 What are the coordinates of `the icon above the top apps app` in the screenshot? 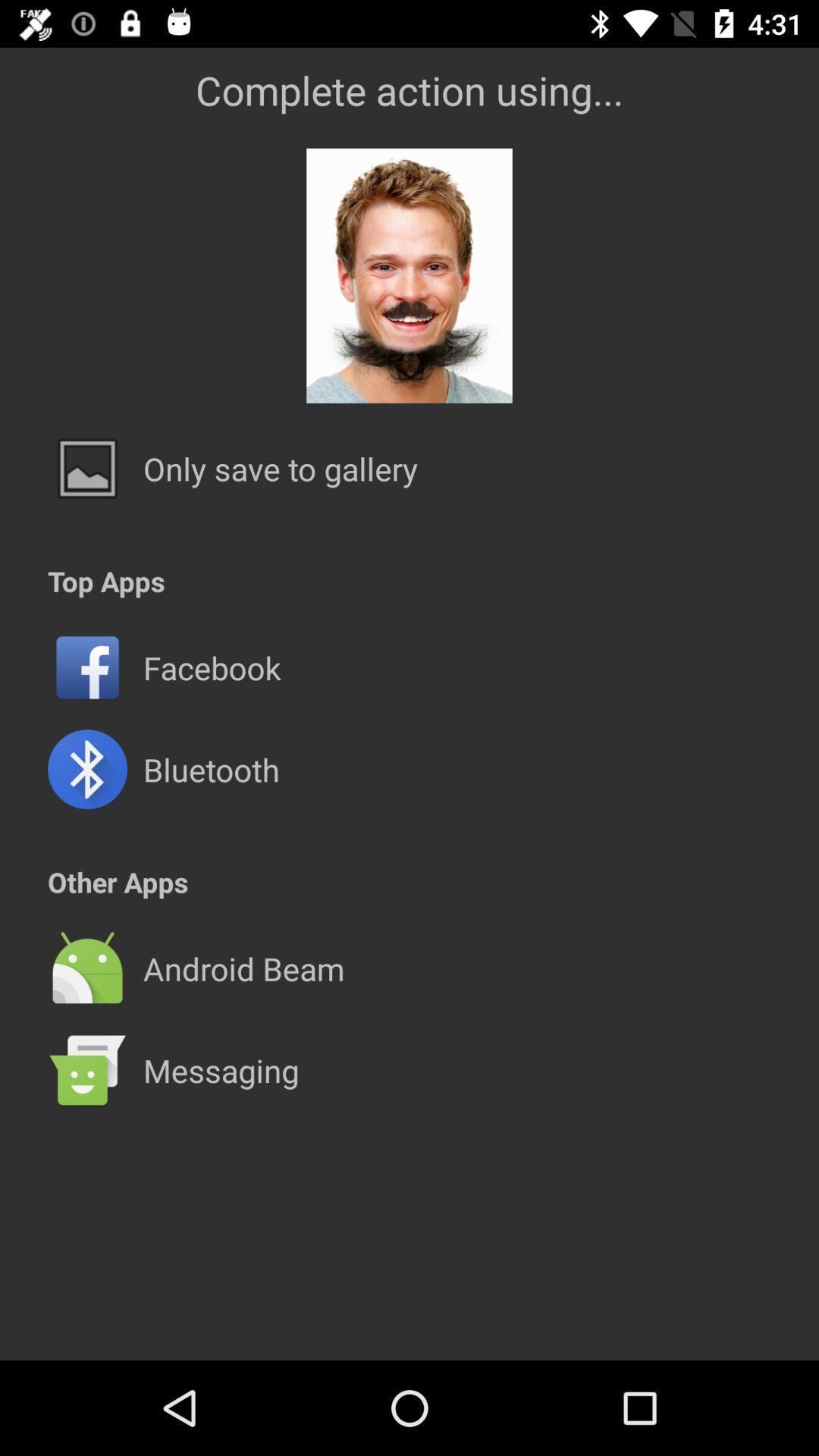 It's located at (281, 468).